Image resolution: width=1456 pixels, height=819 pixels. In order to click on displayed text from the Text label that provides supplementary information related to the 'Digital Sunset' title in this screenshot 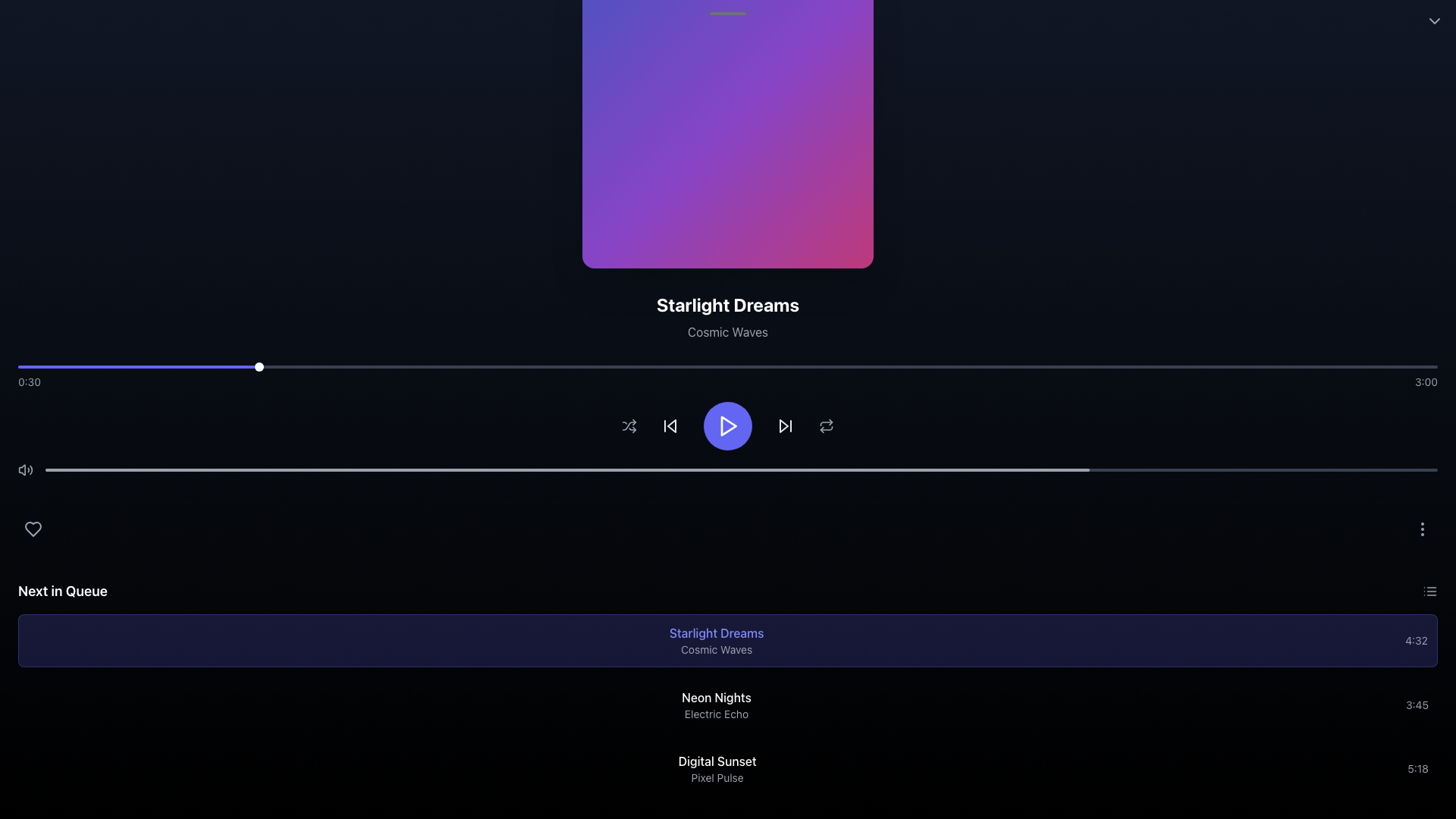, I will do `click(717, 778)`.